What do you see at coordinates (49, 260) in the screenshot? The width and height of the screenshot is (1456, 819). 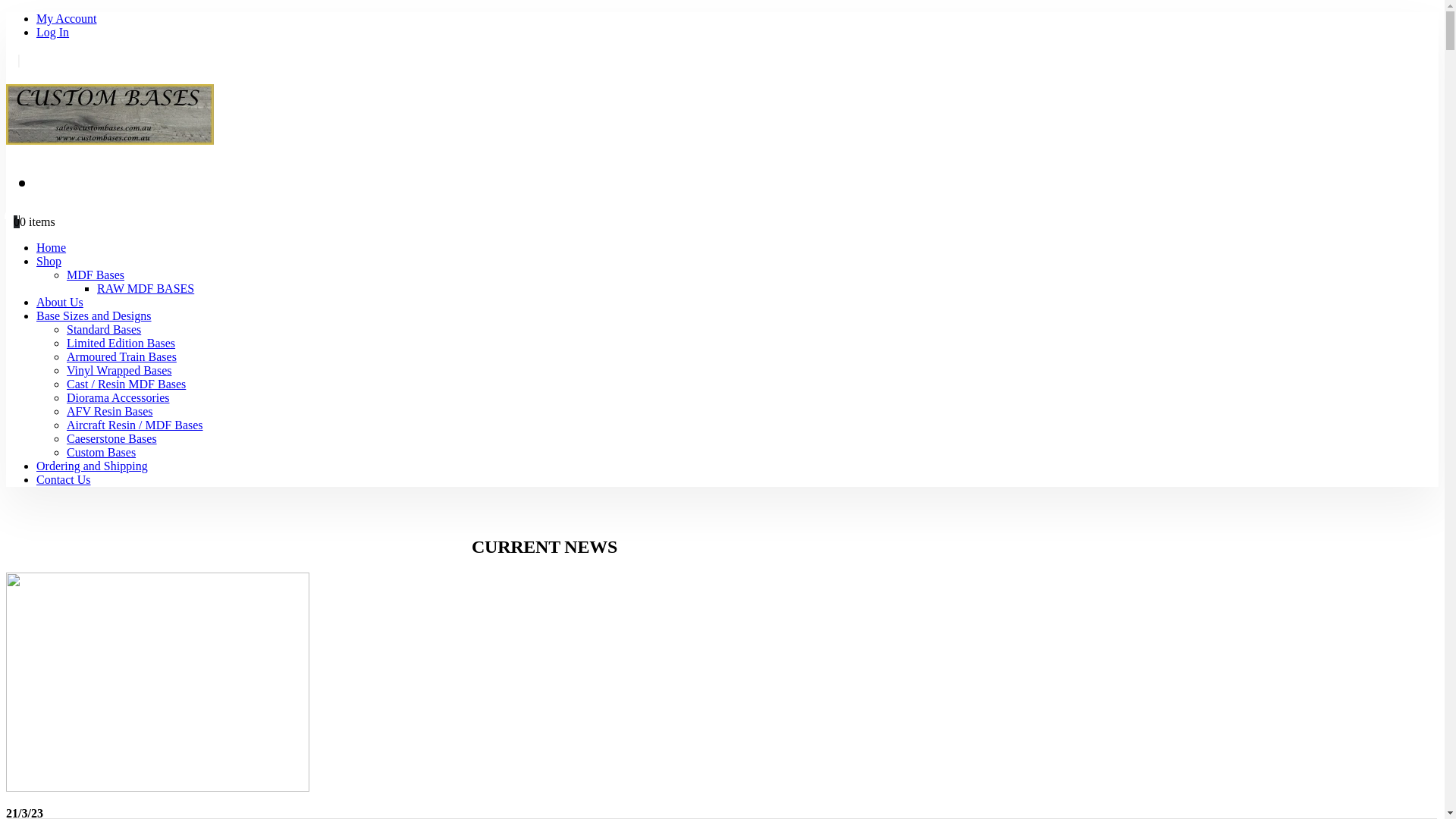 I see `'Shop'` at bounding box center [49, 260].